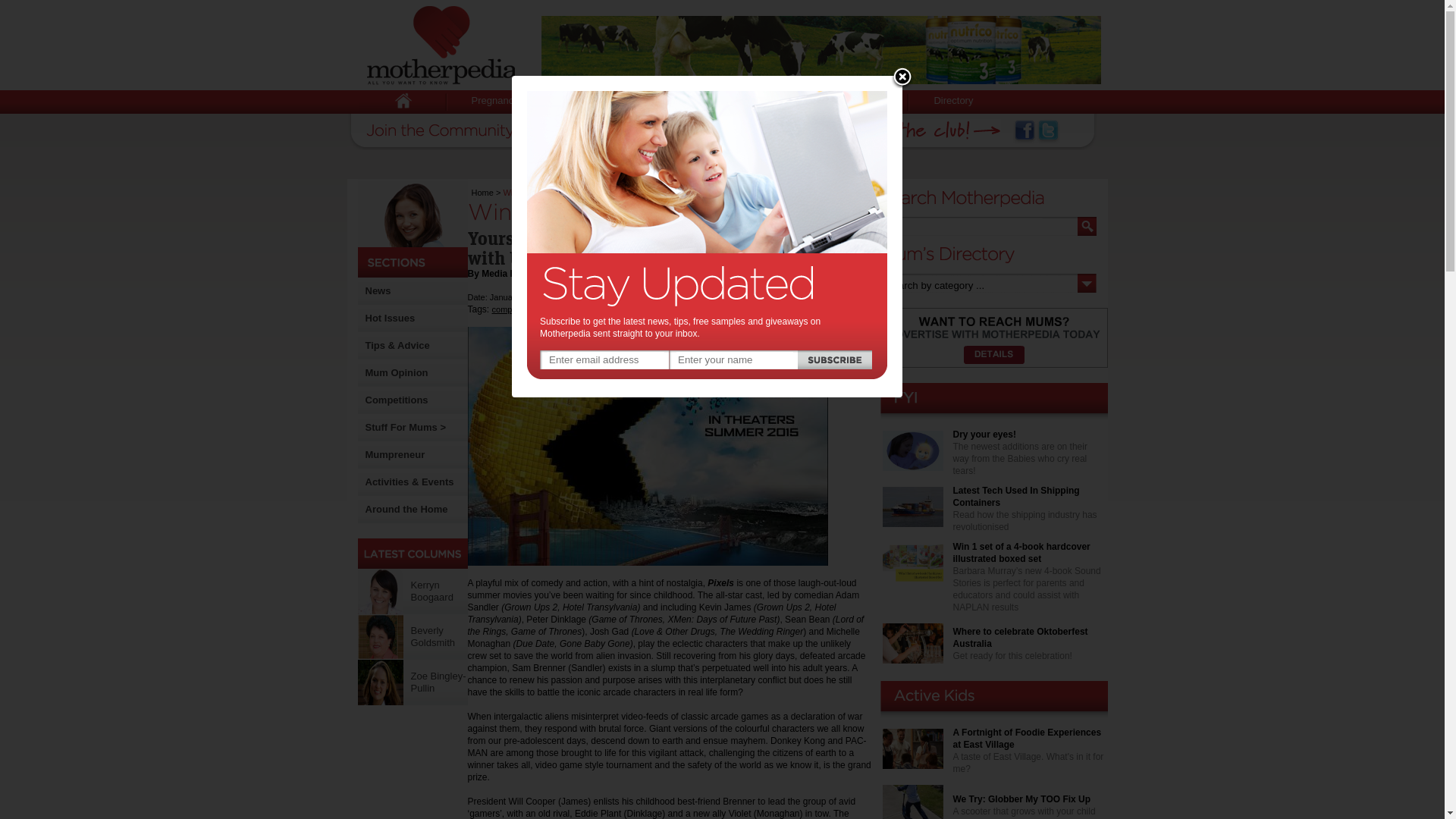 The height and width of the screenshot is (819, 1456). Describe the element at coordinates (395, 453) in the screenshot. I see `'Mumpreneur'` at that location.